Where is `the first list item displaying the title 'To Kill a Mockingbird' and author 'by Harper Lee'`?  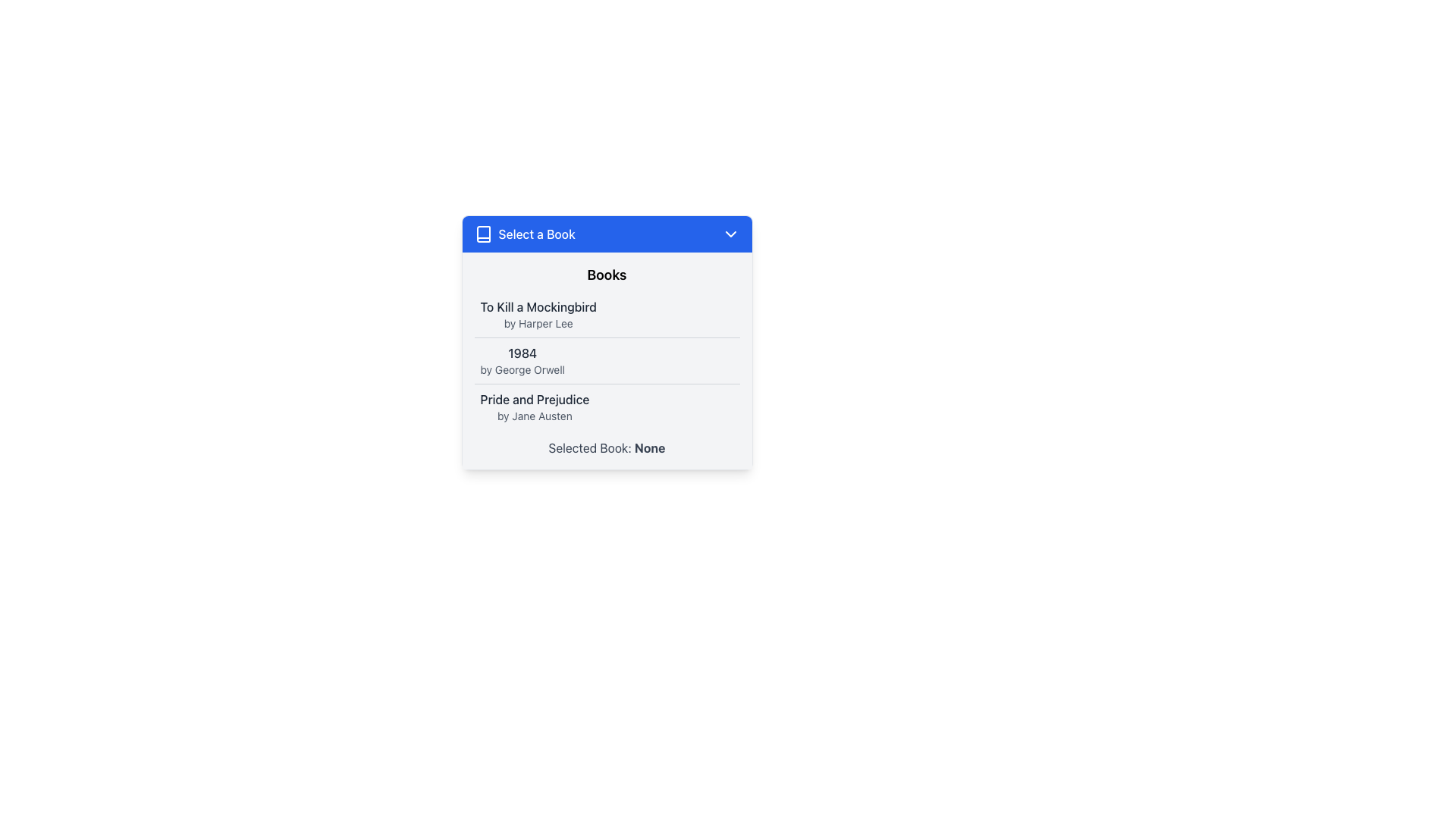
the first list item displaying the title 'To Kill a Mockingbird' and author 'by Harper Lee' is located at coordinates (538, 314).